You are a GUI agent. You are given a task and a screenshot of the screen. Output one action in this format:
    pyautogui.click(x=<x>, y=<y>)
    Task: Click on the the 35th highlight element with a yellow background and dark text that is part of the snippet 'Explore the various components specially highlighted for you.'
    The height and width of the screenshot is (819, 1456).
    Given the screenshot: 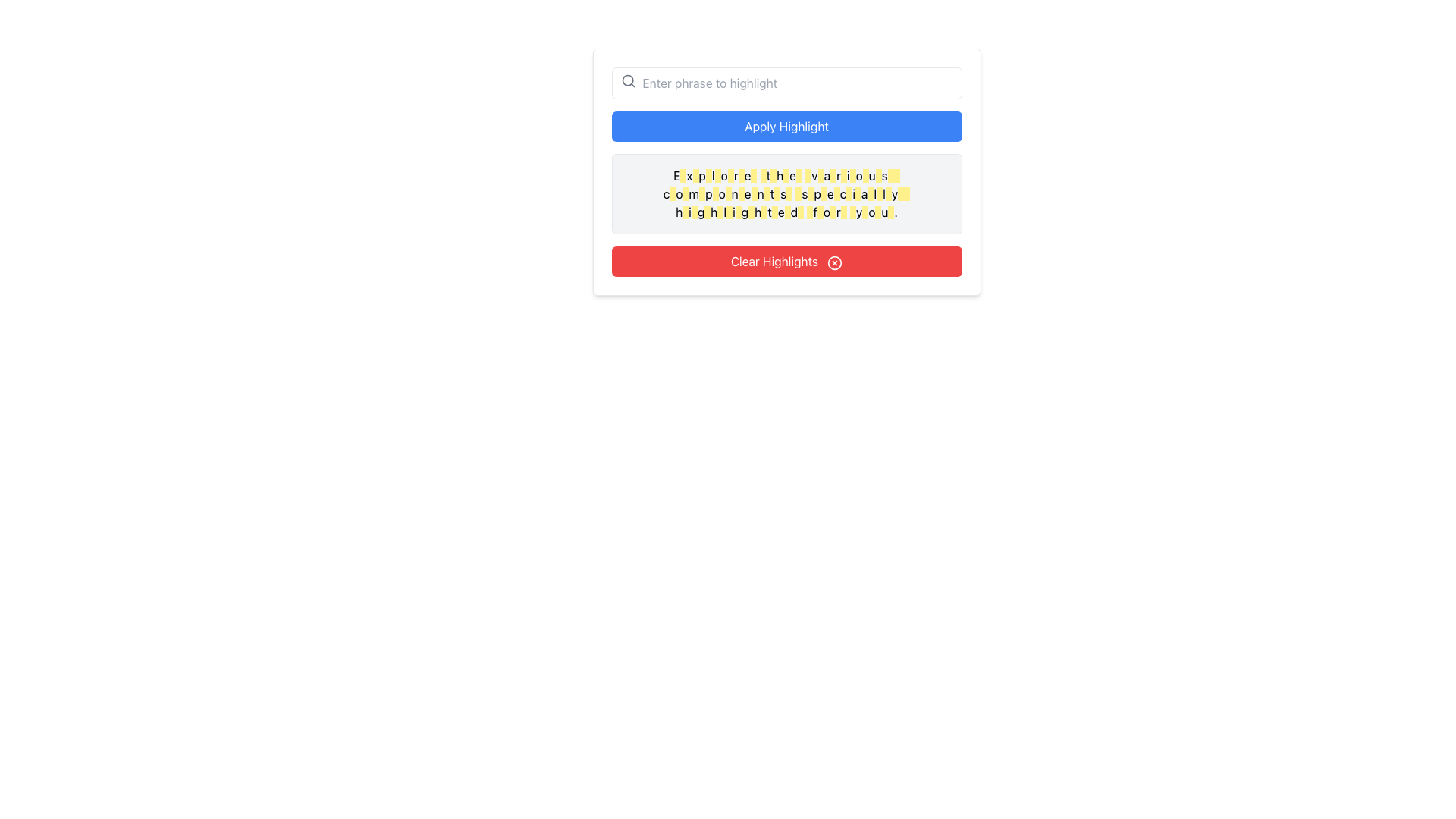 What is the action you would take?
    pyautogui.click(x=888, y=193)
    